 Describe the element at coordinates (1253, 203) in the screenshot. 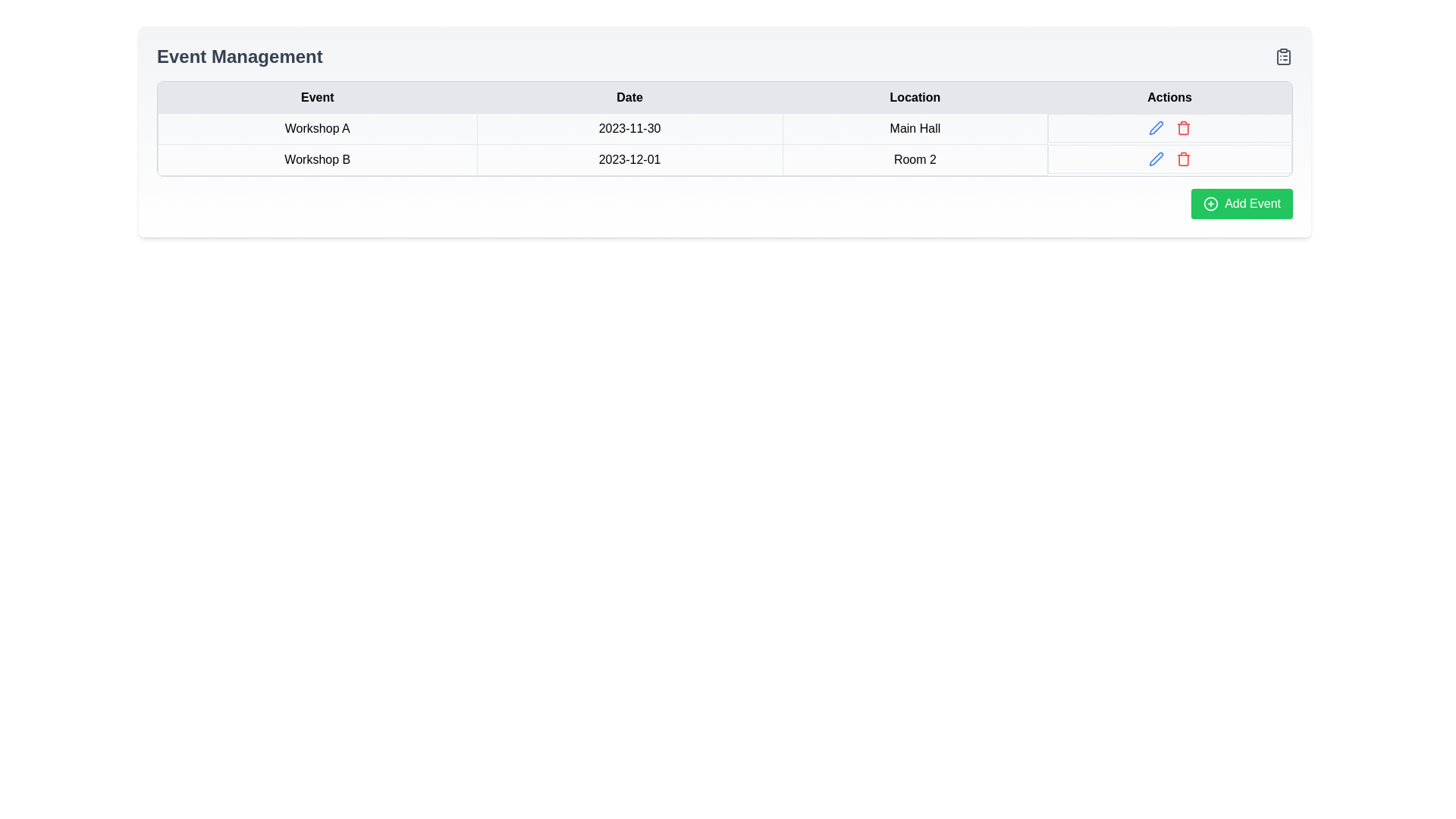

I see `text label inside the green 'Add Event' button located in the bottom-right corner of the event management table to understand its functionality` at that location.